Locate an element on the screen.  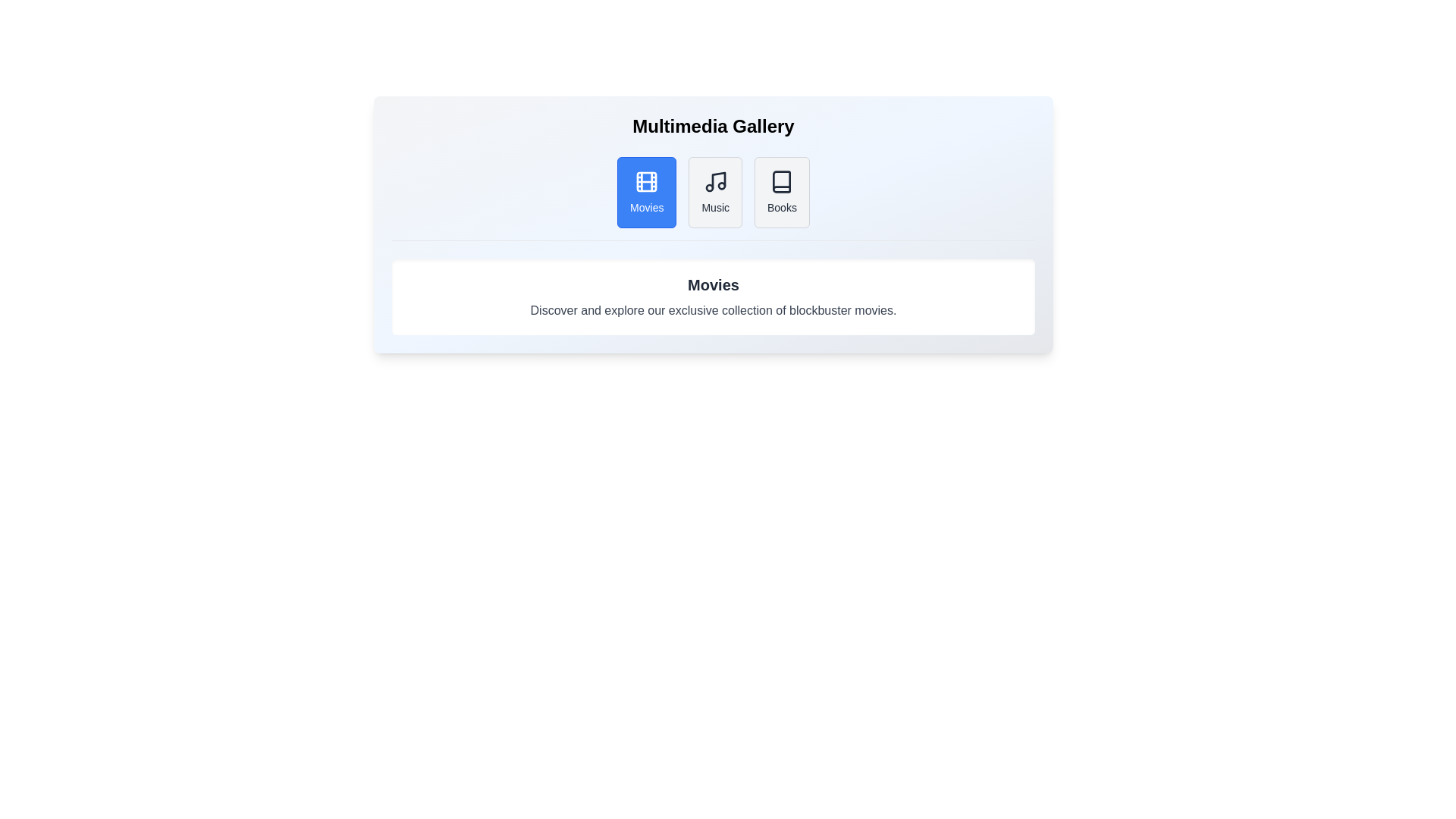
the Music tab to view its content is located at coordinates (714, 192).